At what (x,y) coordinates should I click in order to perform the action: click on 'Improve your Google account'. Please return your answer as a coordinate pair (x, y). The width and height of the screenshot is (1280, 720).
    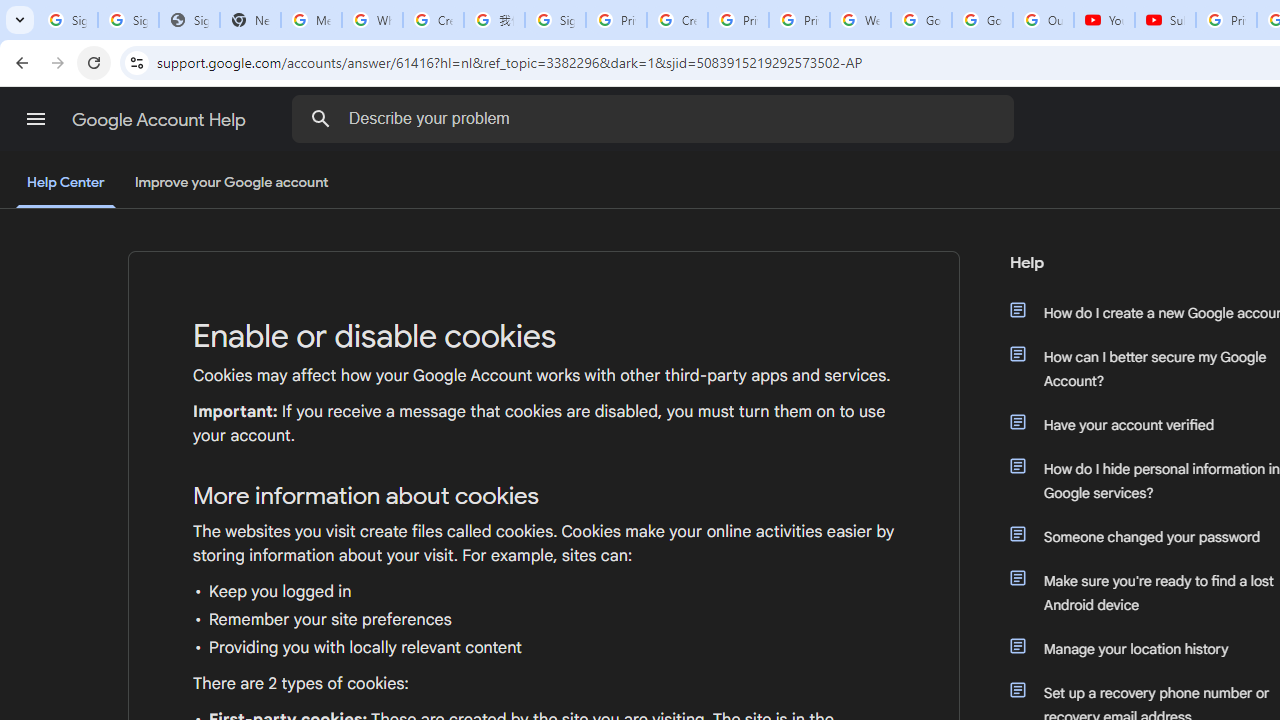
    Looking at the image, I should click on (231, 183).